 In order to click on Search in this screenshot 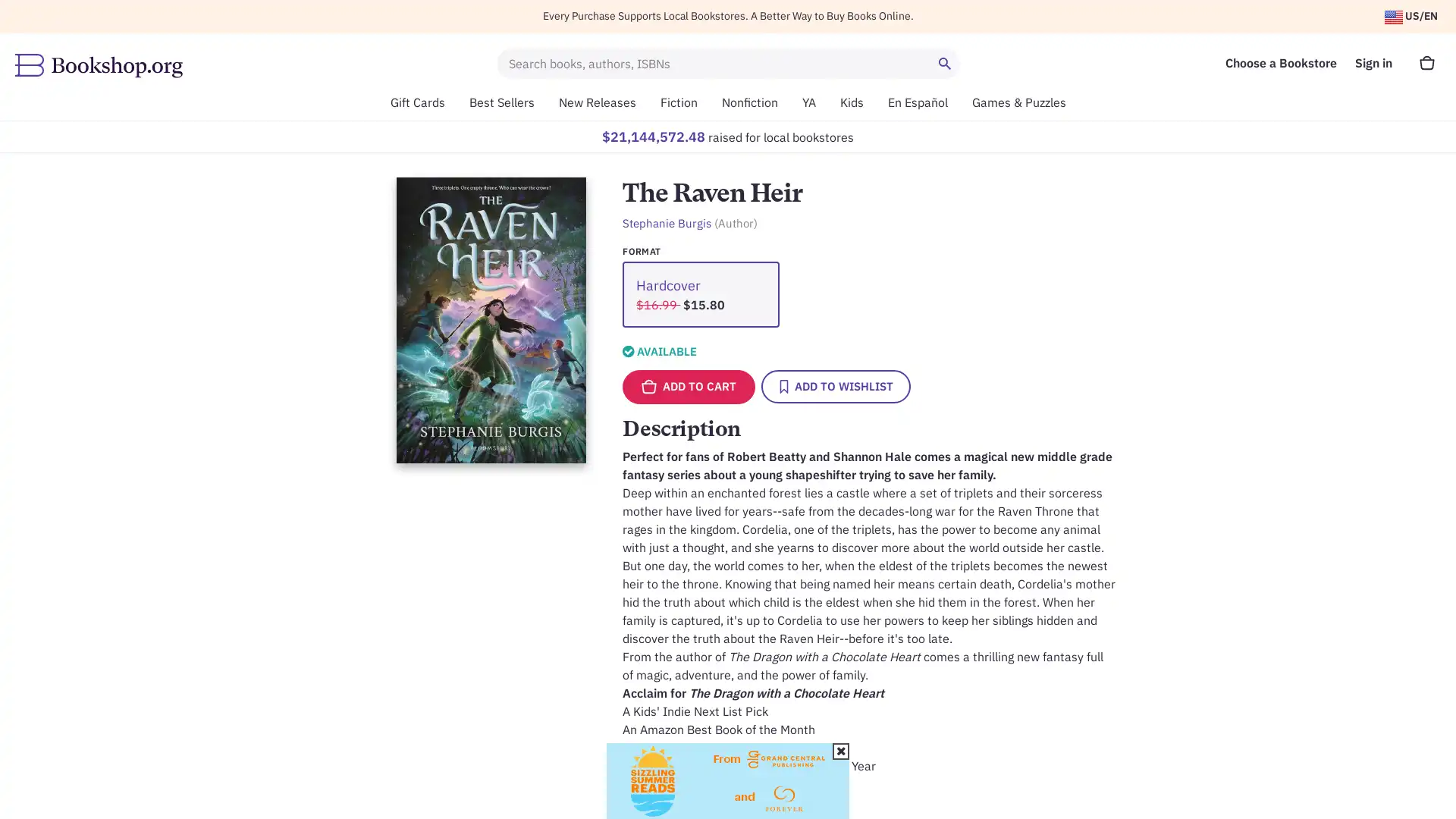, I will do `click(946, 62)`.